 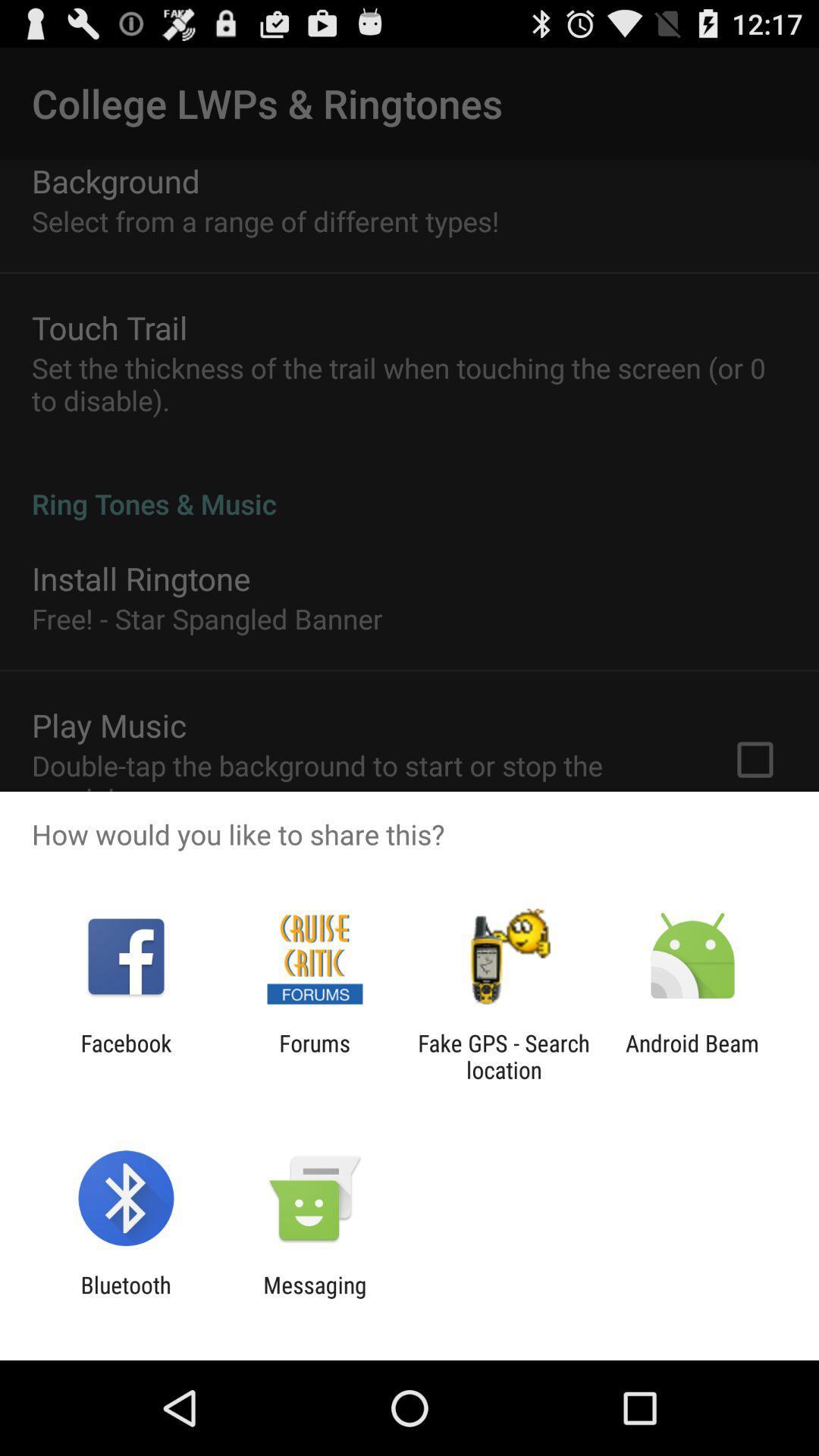 What do you see at coordinates (314, 1056) in the screenshot?
I see `forums item` at bounding box center [314, 1056].